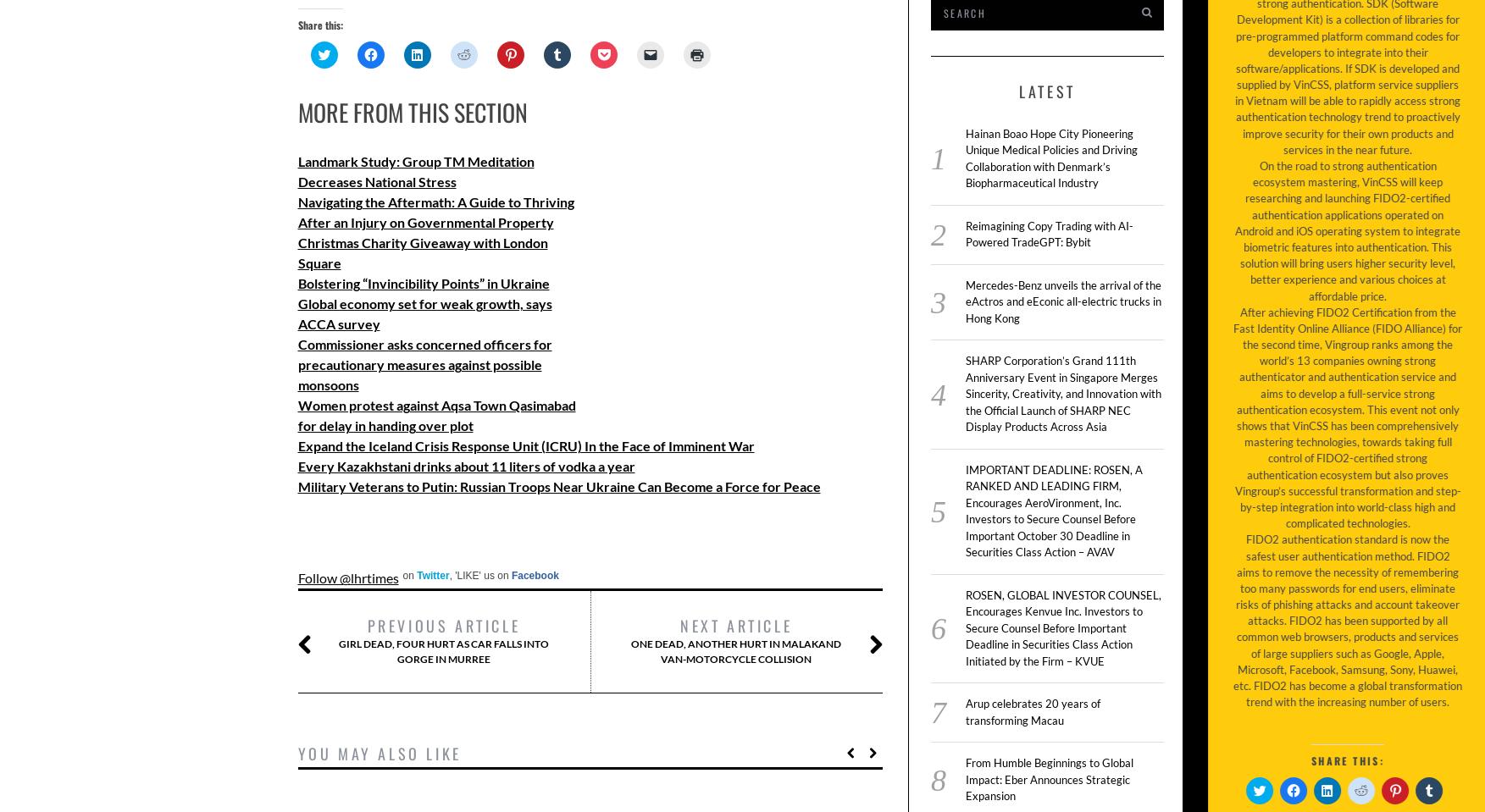 Image resolution: width=1485 pixels, height=812 pixels. What do you see at coordinates (422, 251) in the screenshot?
I see `'Christmas Charity Giveaway with London Square'` at bounding box center [422, 251].